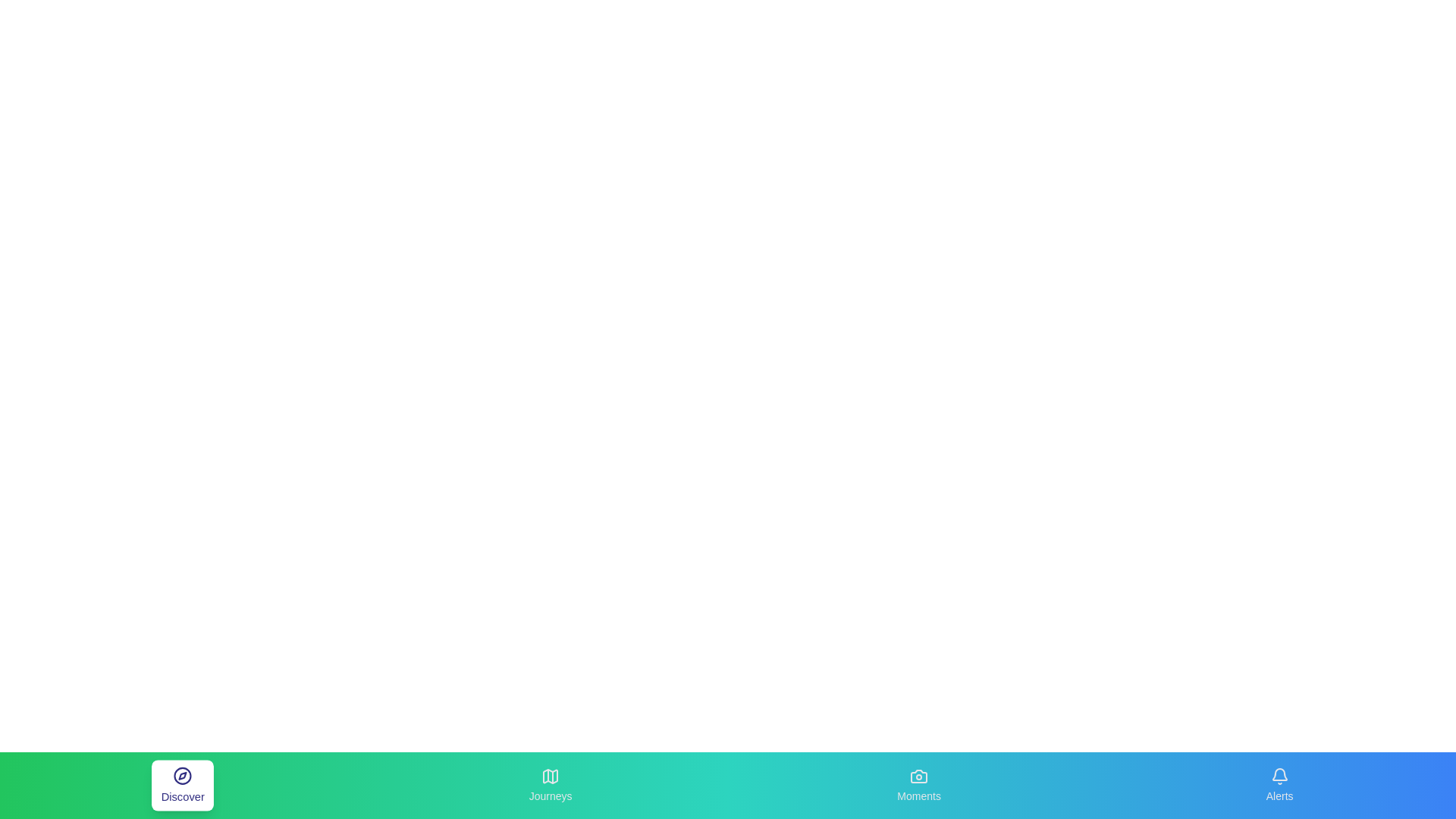 This screenshot has width=1456, height=819. Describe the element at coordinates (918, 785) in the screenshot. I see `the Moments tab to observe its visual feedback` at that location.